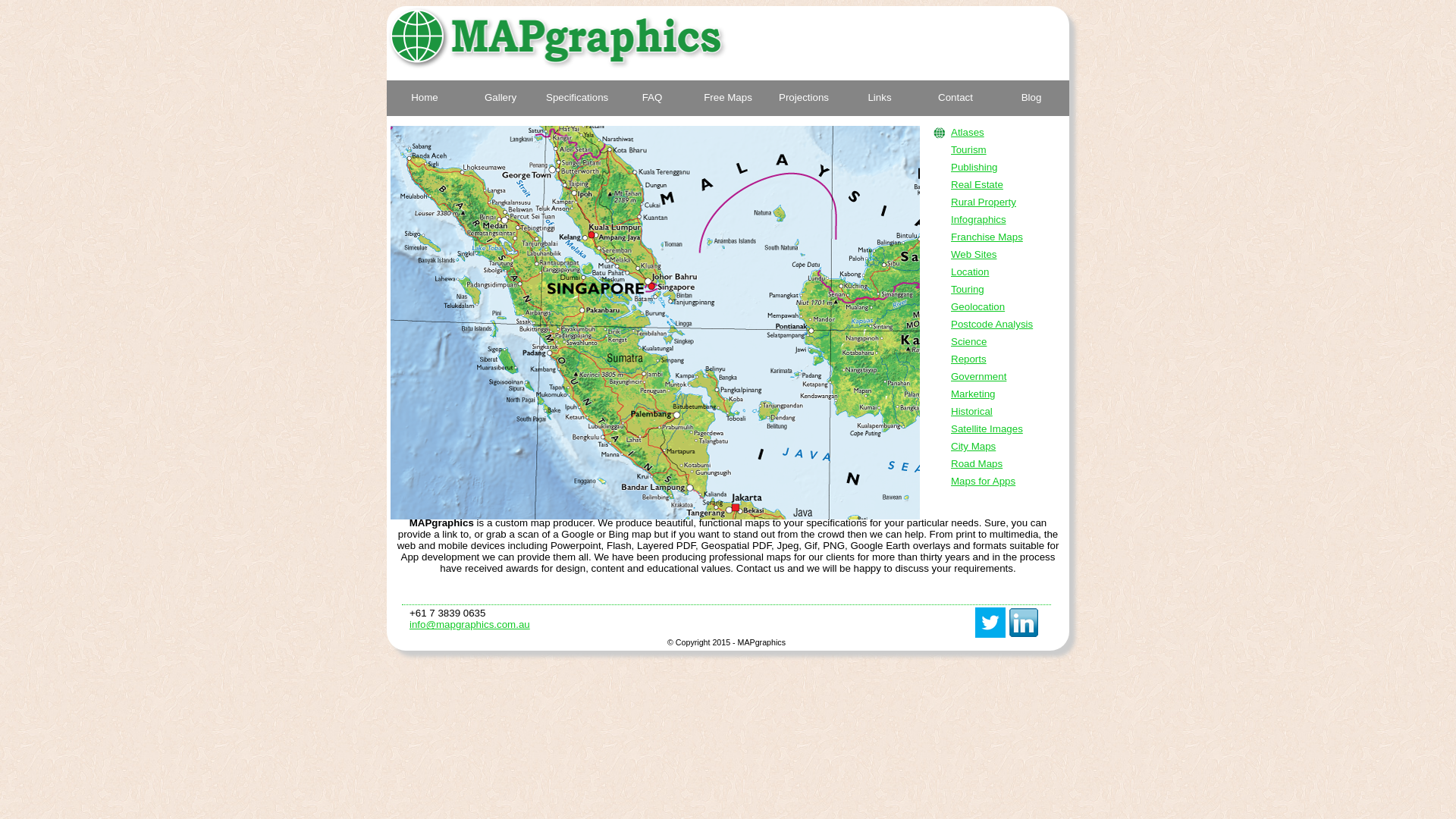 This screenshot has width=1456, height=819. Describe the element at coordinates (949, 184) in the screenshot. I see `'Real Estate'` at that location.